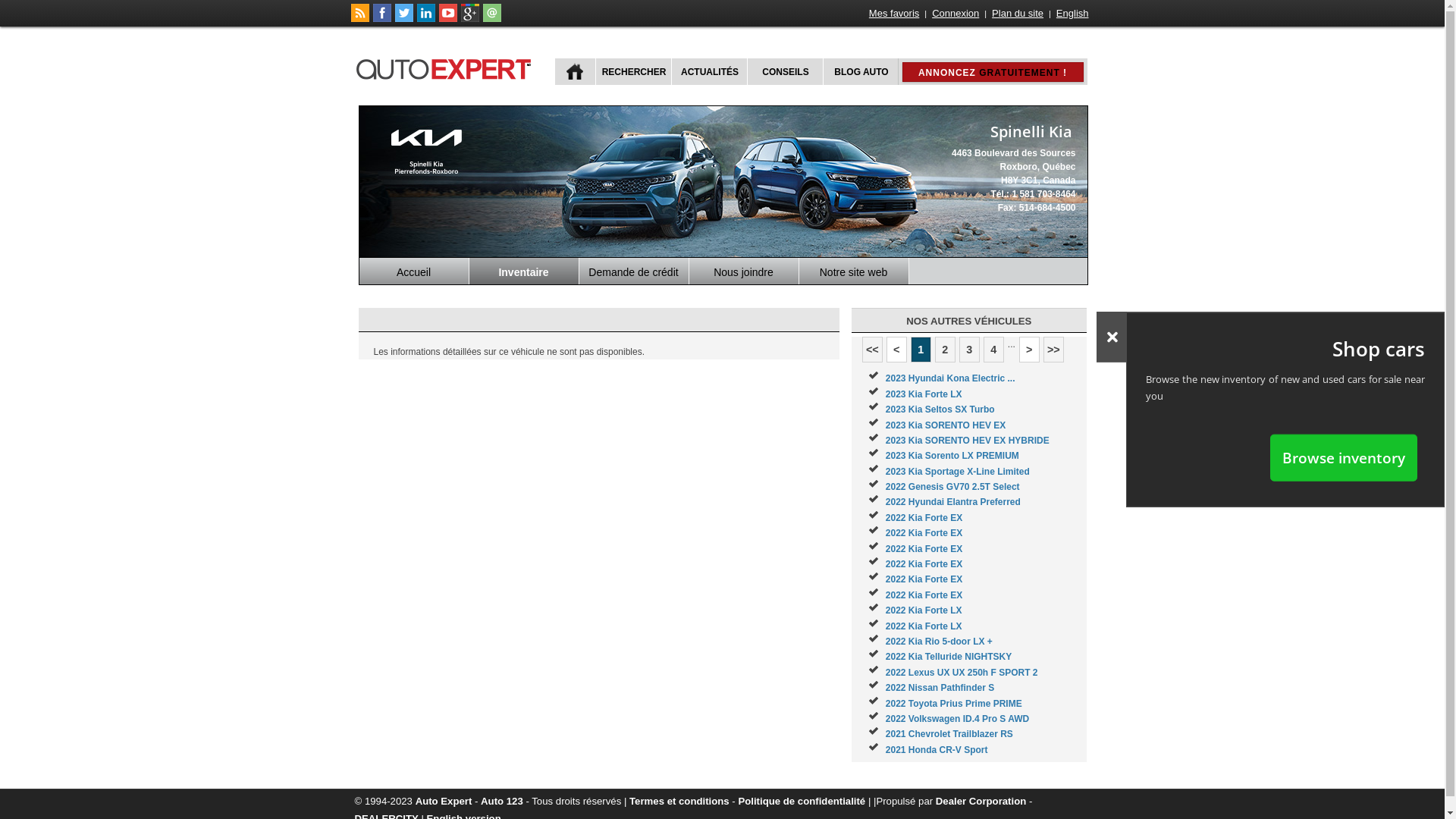 Image resolution: width=1456 pixels, height=819 pixels. I want to click on 'Nous joindre', so click(743, 270).